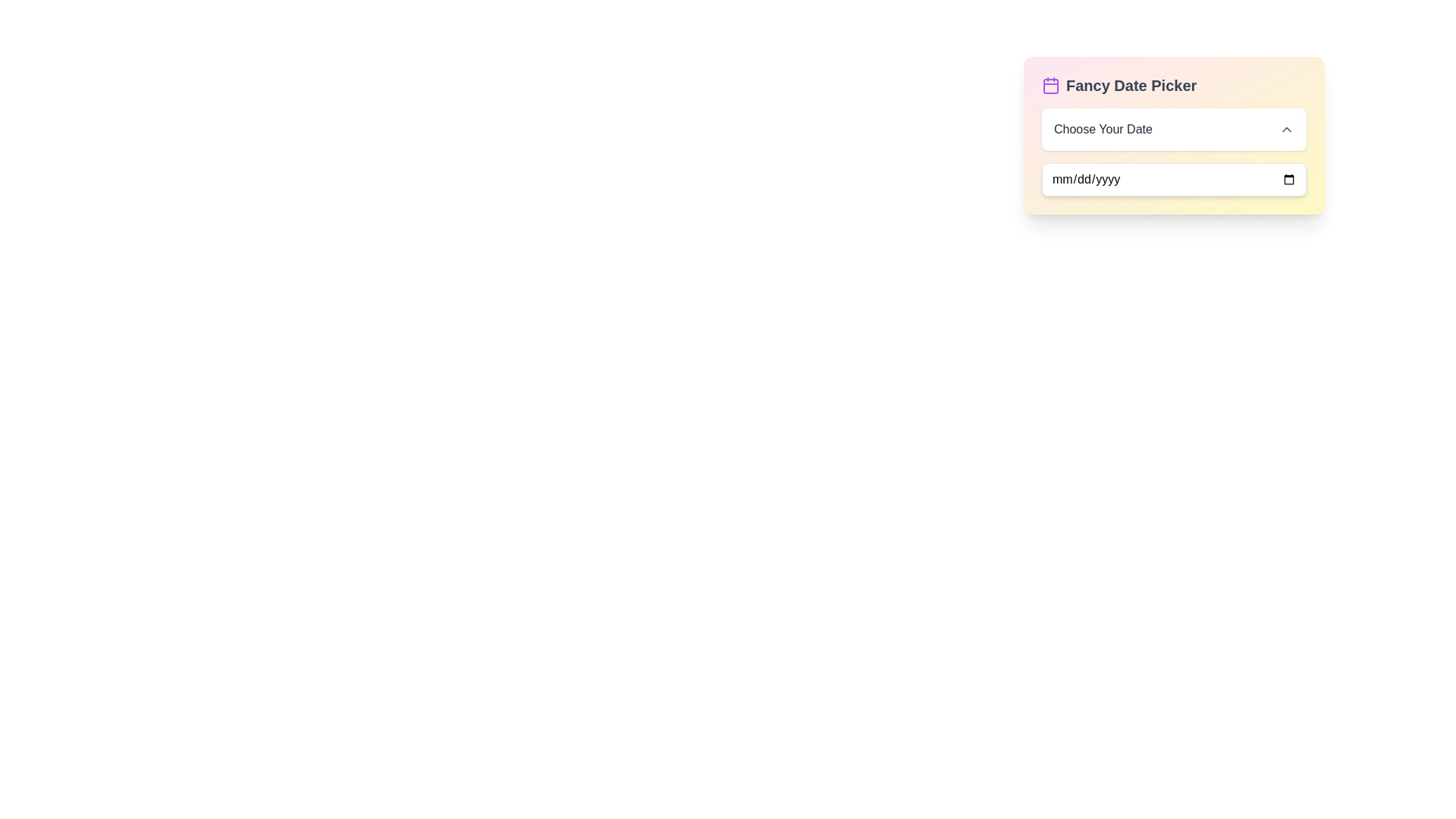  I want to click on the text label displaying 'Fancy Date Picker', which is styled in bold, extra-large gray font and is part of the header section of a date-picker component, so click(1131, 85).